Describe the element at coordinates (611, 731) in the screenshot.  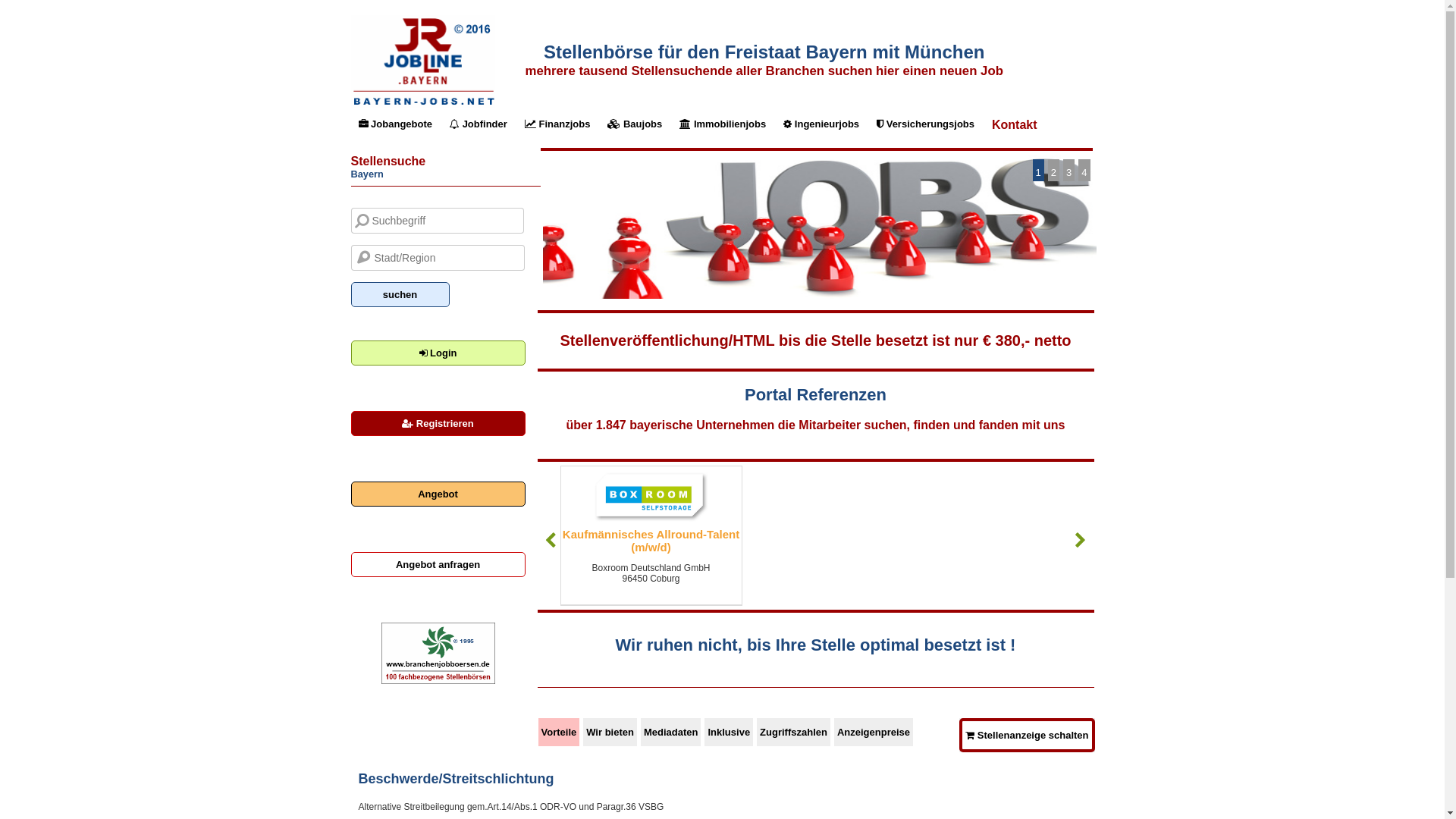
I see `'Wir bieten'` at that location.